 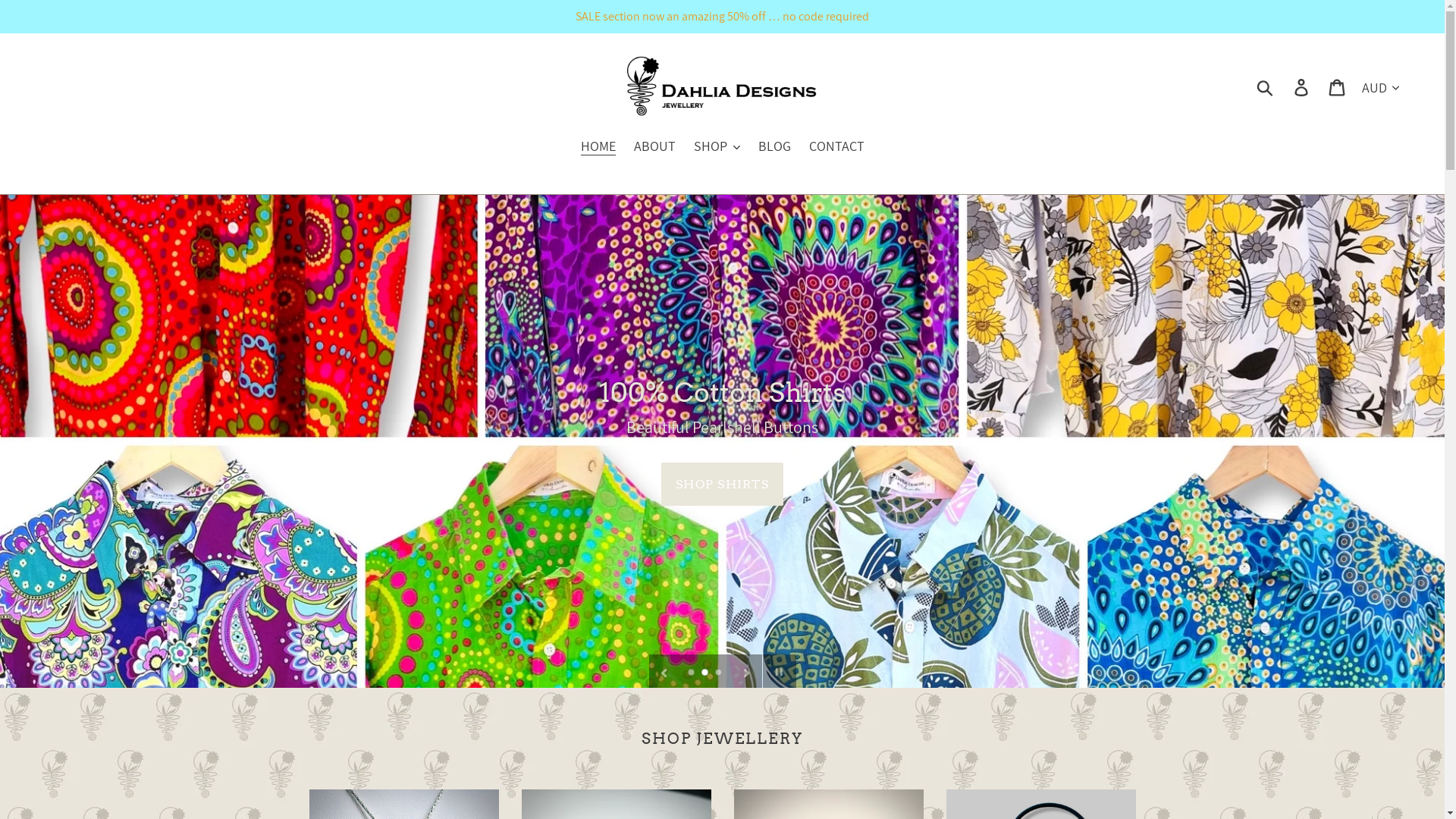 I want to click on 'Cart', so click(x=1338, y=86).